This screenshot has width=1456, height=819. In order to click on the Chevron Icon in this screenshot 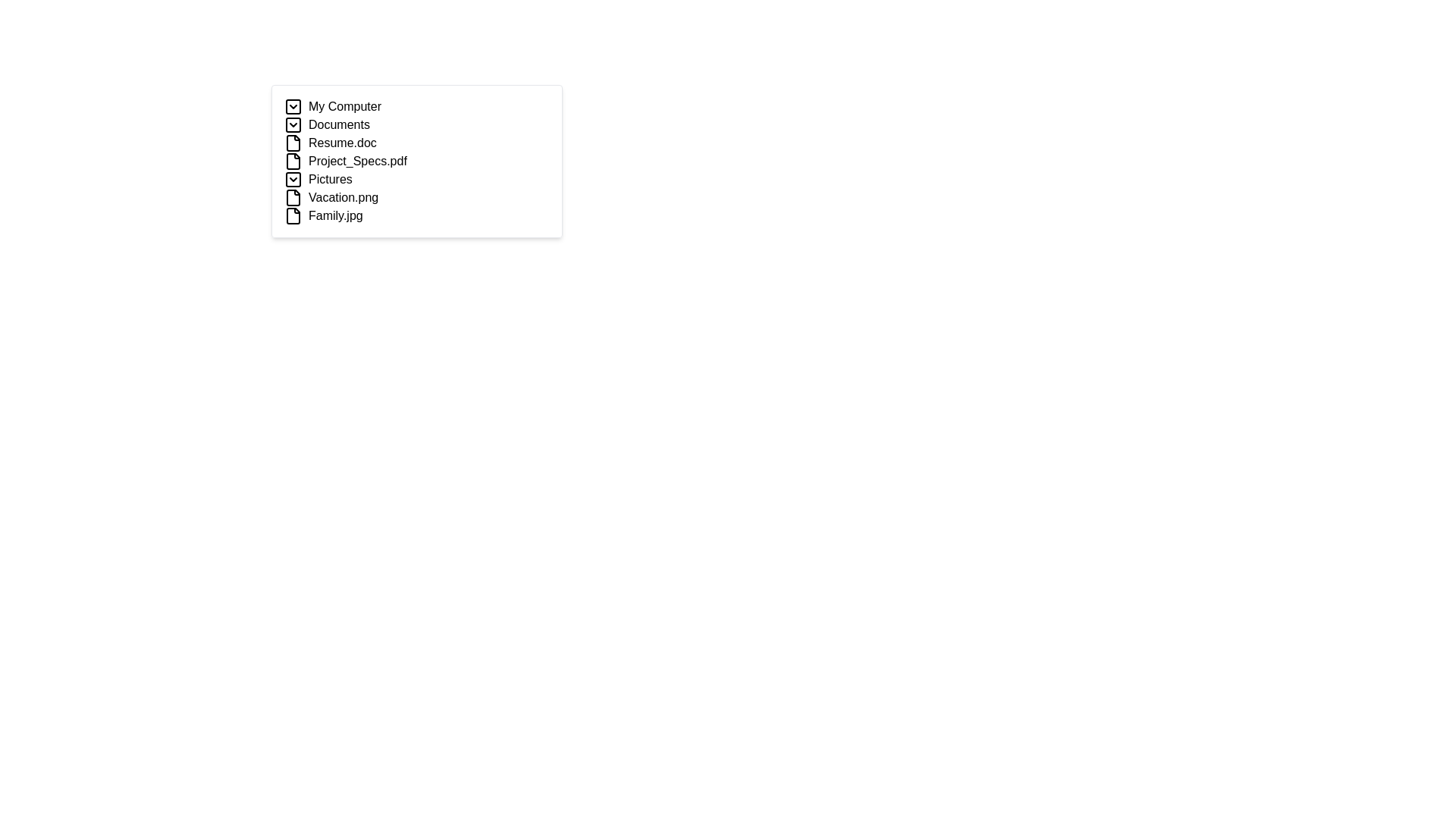, I will do `click(293, 178)`.